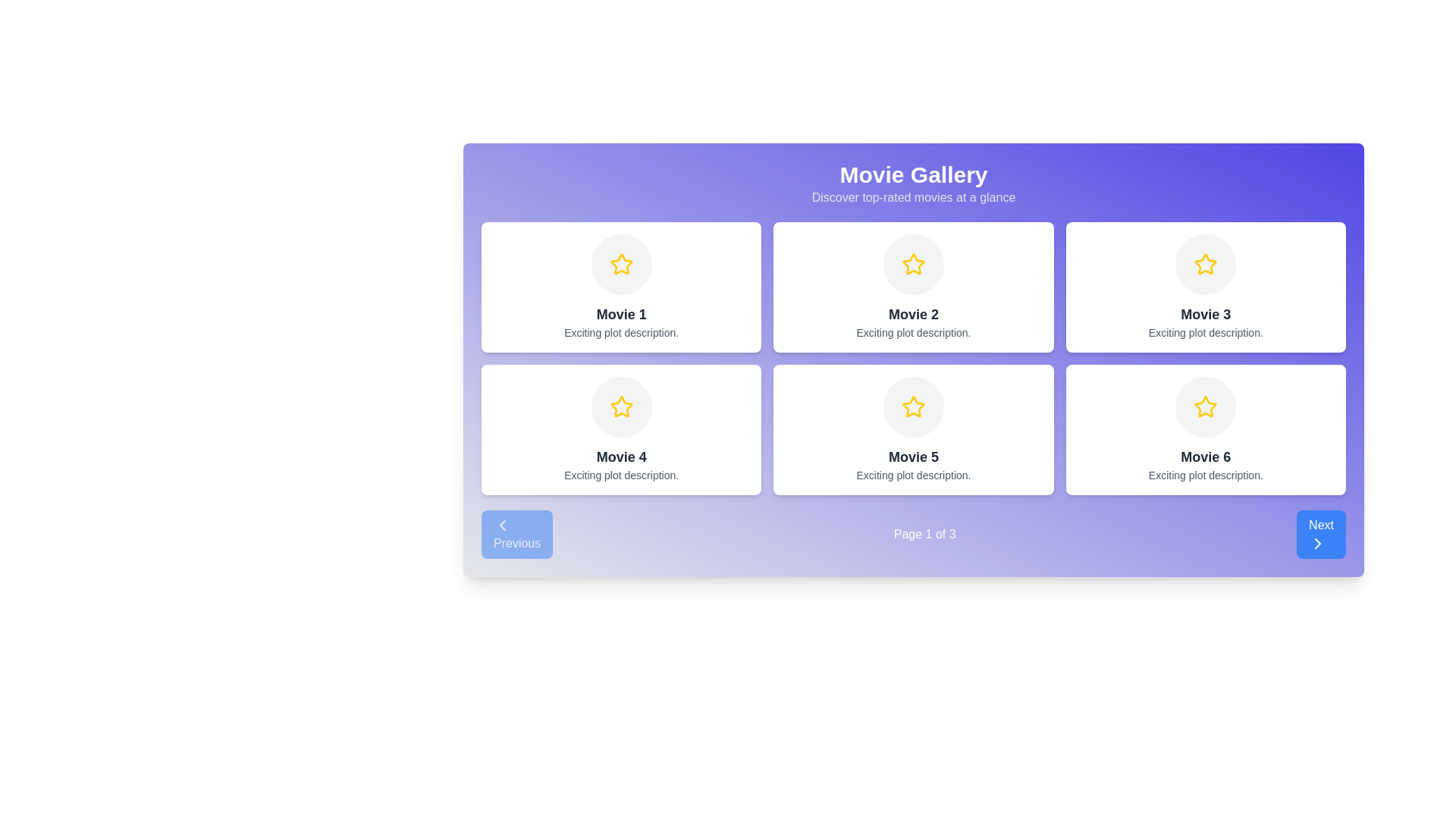 This screenshot has width=1456, height=819. I want to click on the circular icon with a light gray background and a centered yellow star, located in the bottom-middle tile of the grid section aligned with the 'Movie 5' label, so click(912, 406).